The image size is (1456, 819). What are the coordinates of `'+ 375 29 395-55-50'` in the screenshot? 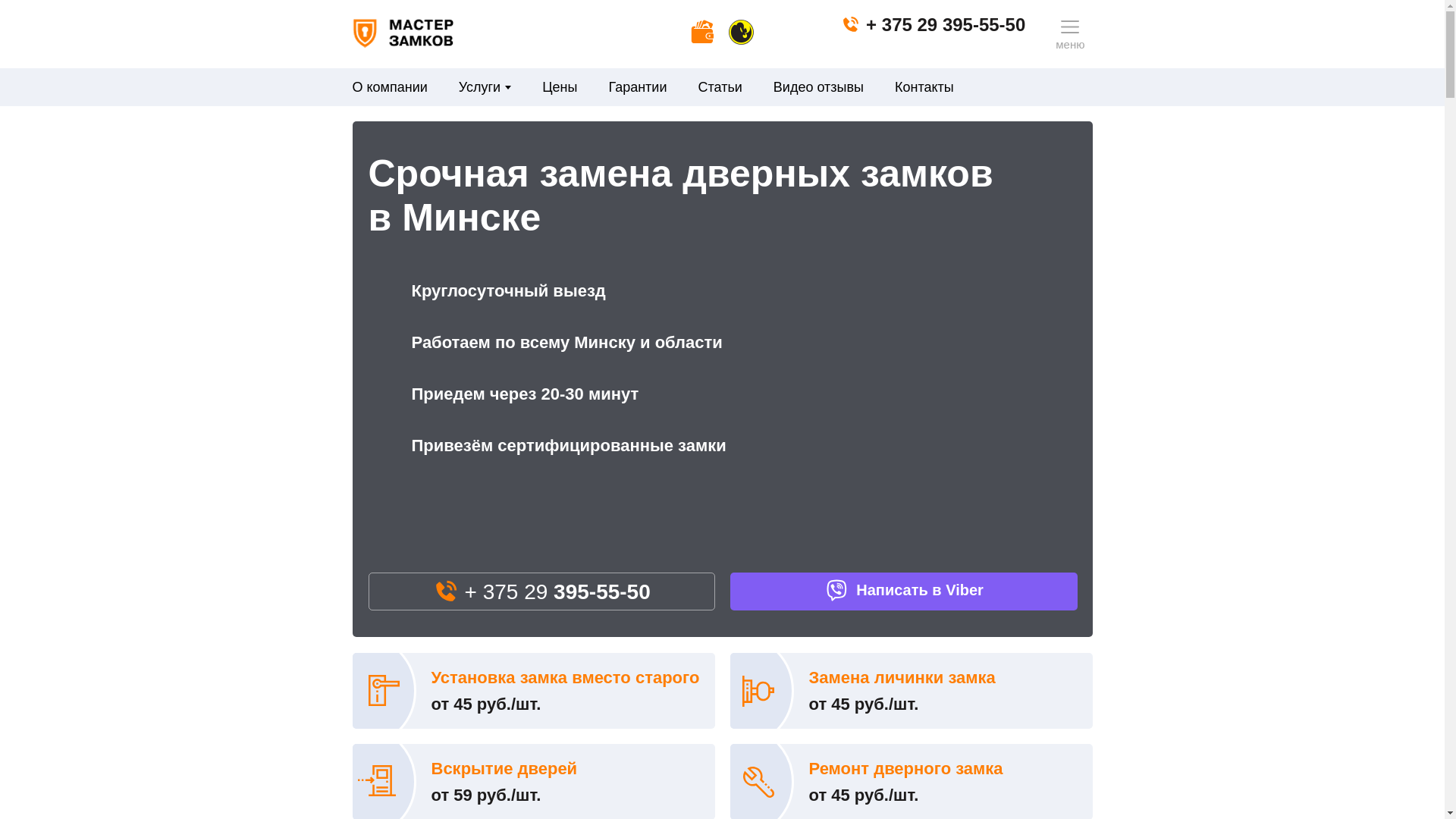 It's located at (932, 24).